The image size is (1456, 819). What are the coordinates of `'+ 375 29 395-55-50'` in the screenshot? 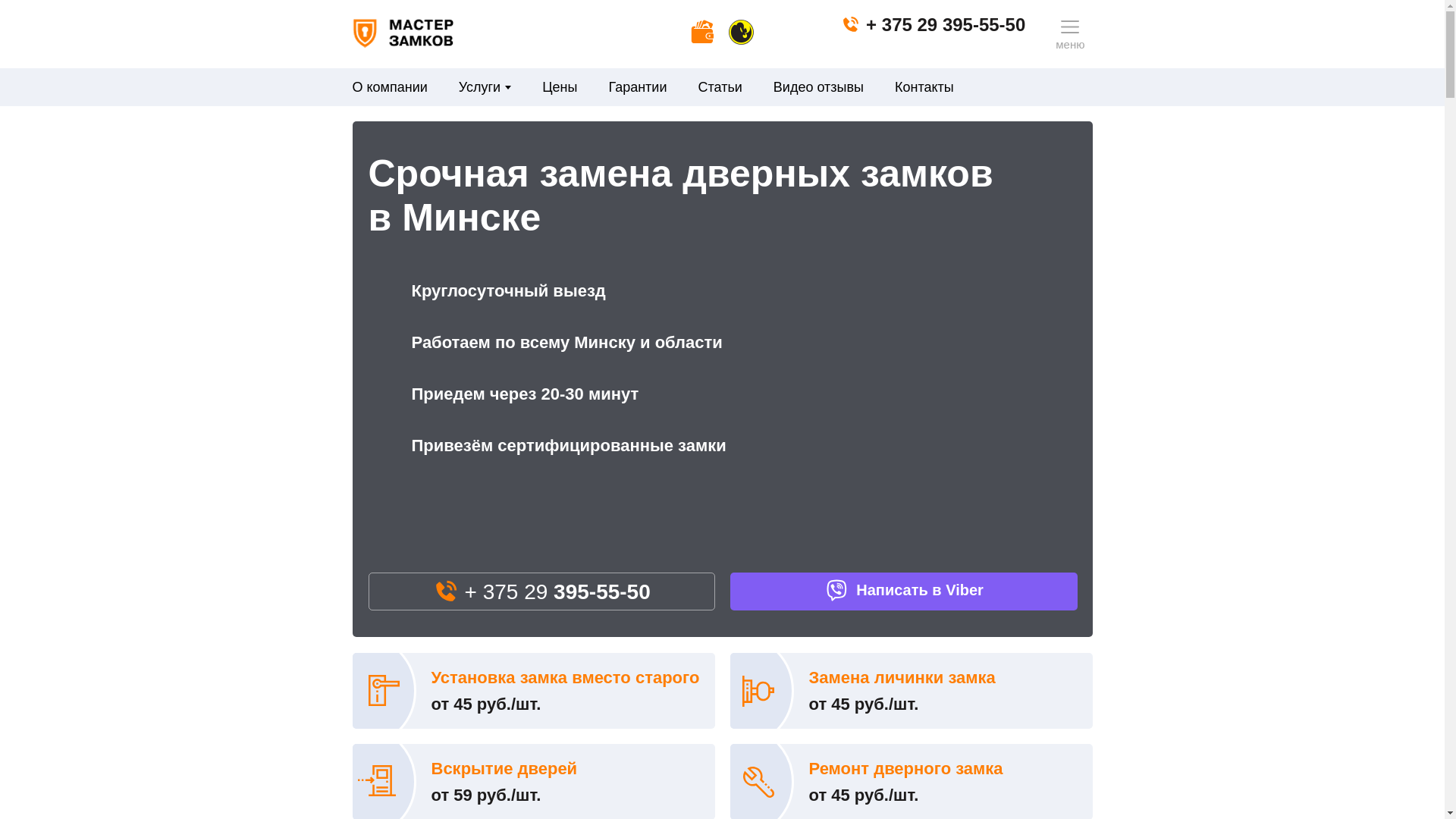 It's located at (932, 24).